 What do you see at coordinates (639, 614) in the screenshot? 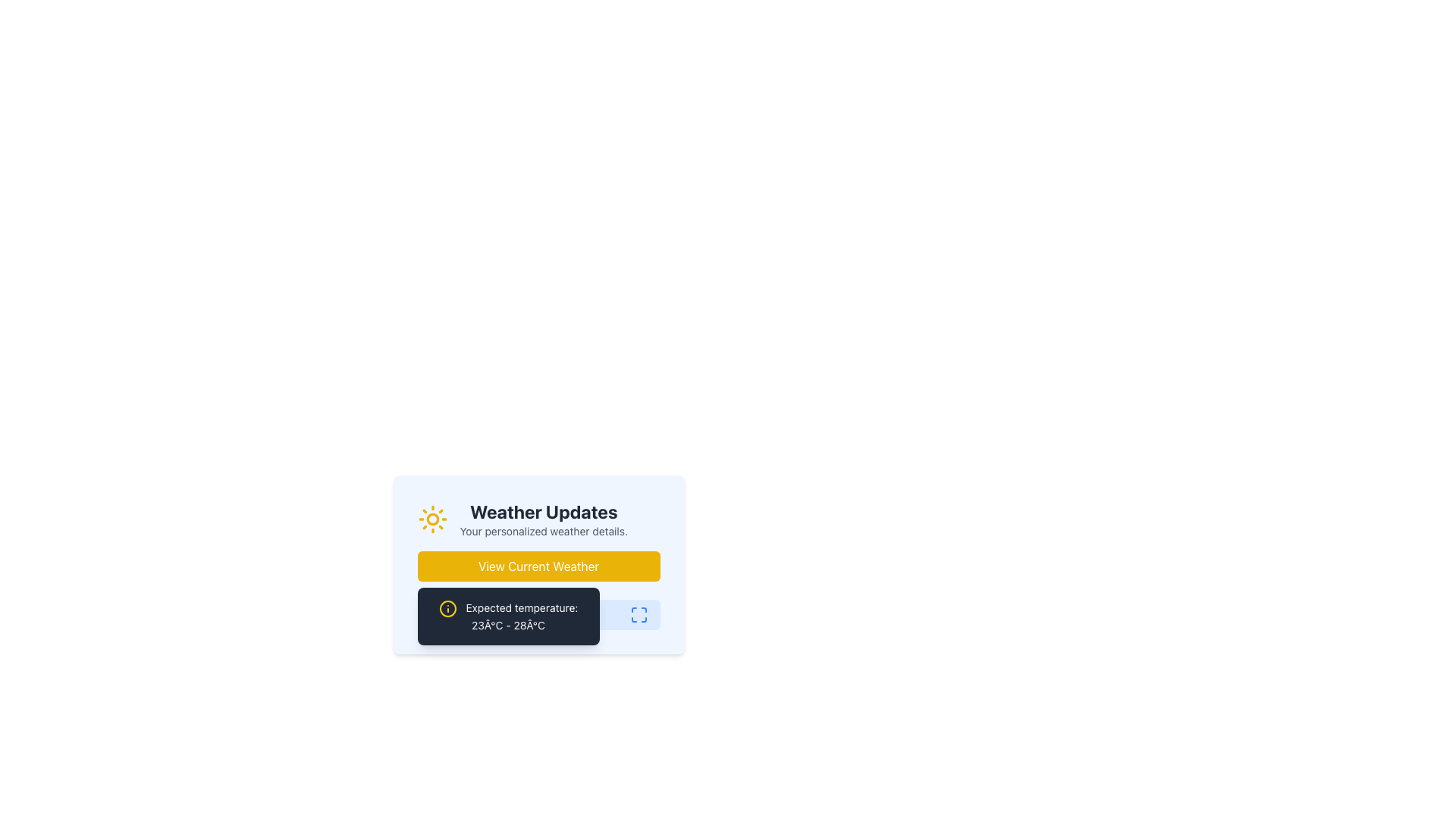
I see `the blue square icon with a thin-lined maximize icon on the right-hand side of the 'Show 7-Day Forecast' button` at bounding box center [639, 614].